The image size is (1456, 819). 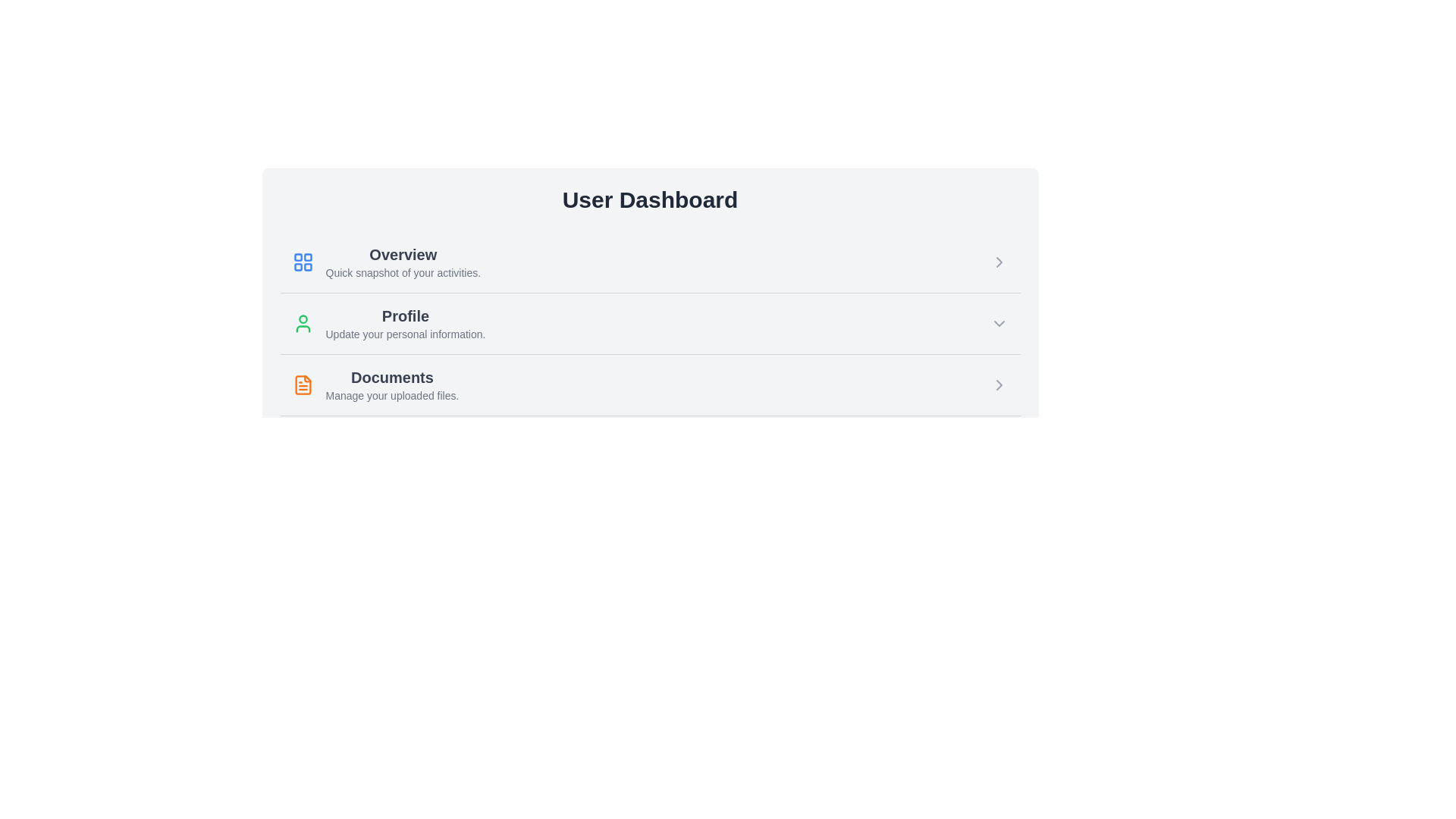 I want to click on the descriptive label for the 'Profile' section, which informs users about updating their personal information, located directly below the 'Profile' title, so click(x=405, y=333).